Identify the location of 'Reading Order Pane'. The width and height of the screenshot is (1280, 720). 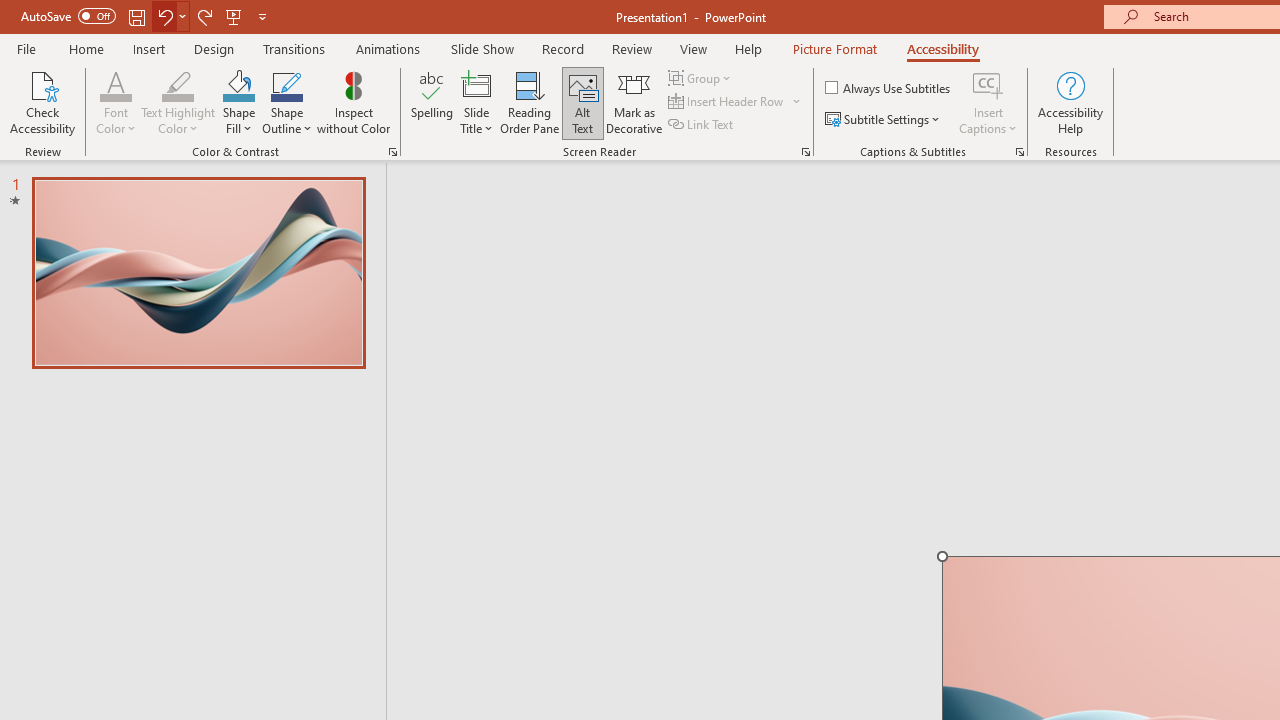
(529, 103).